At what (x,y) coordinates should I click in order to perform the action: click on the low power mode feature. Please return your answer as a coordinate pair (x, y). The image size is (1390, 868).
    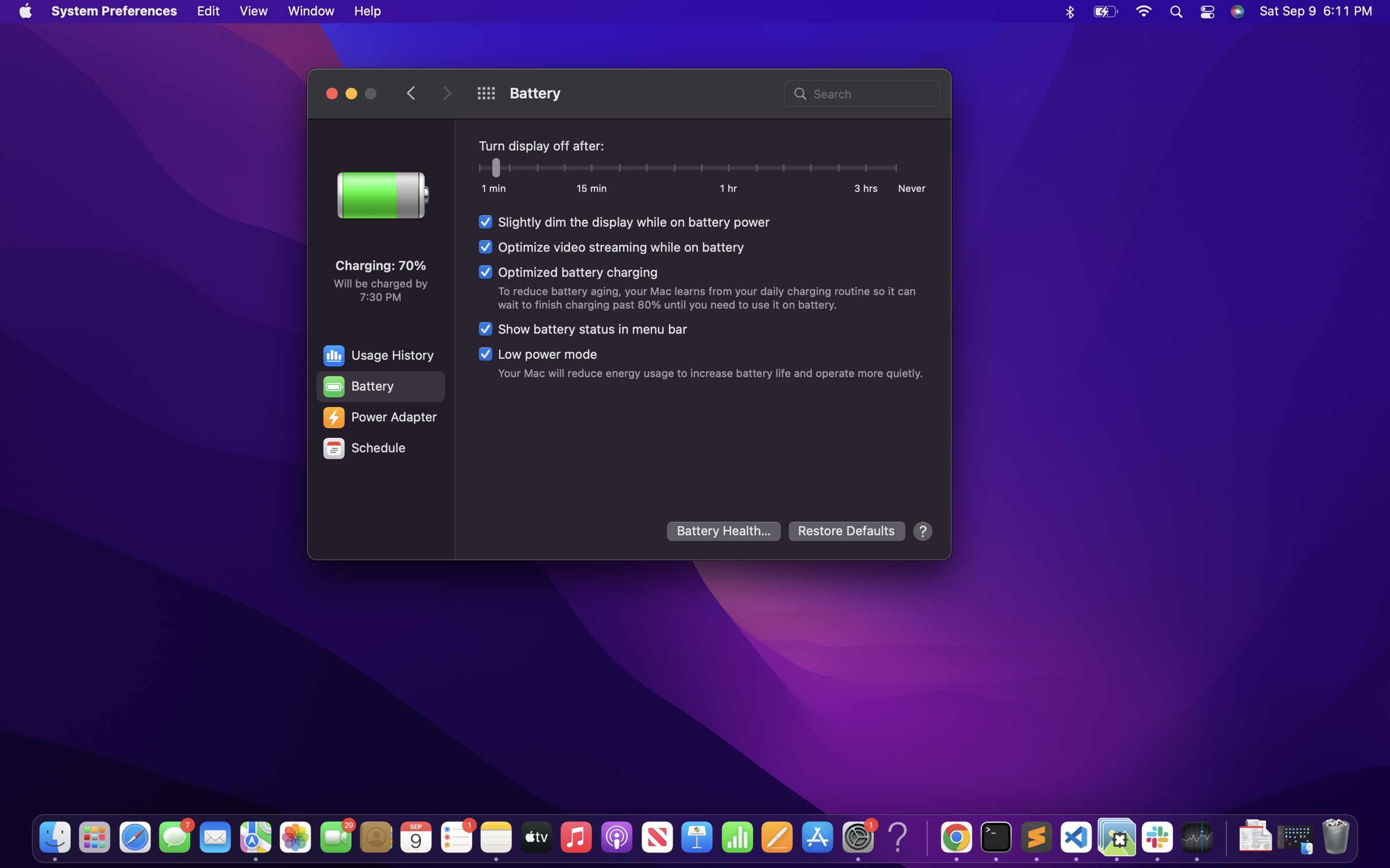
    Looking at the image, I should click on (538, 353).